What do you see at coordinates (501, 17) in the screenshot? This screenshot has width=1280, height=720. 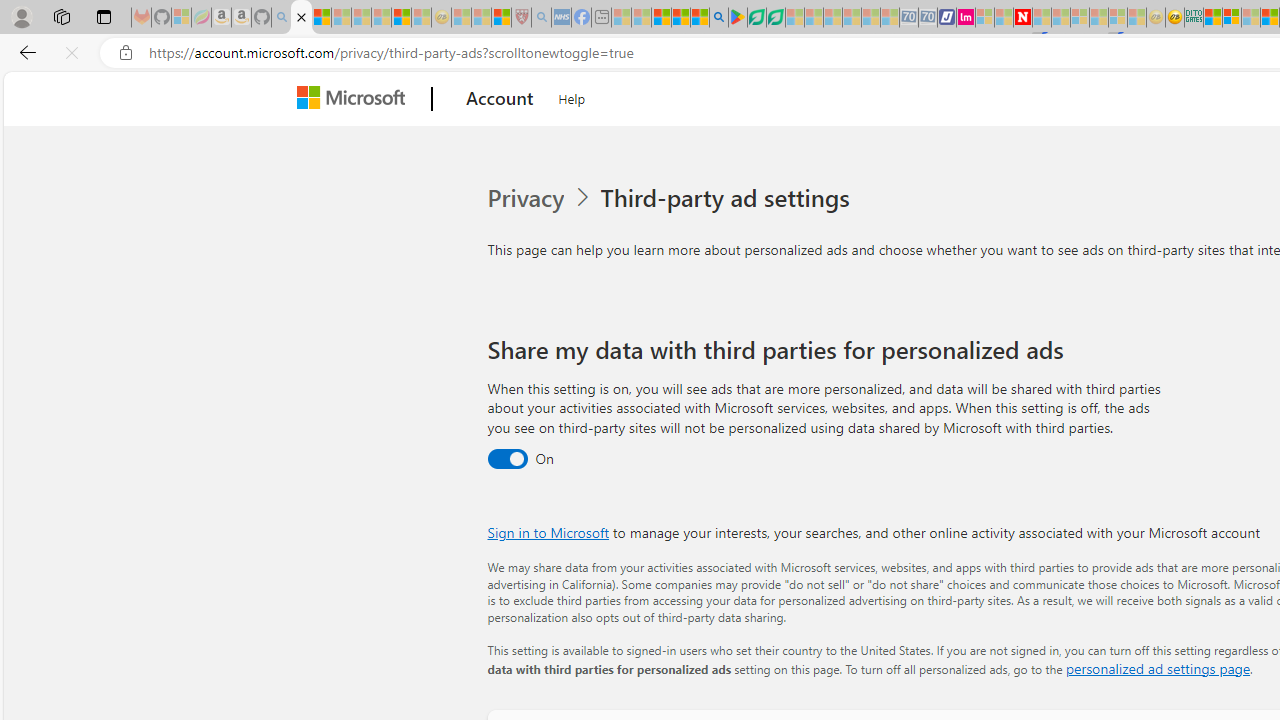 I see `'Local - MSN'` at bounding box center [501, 17].